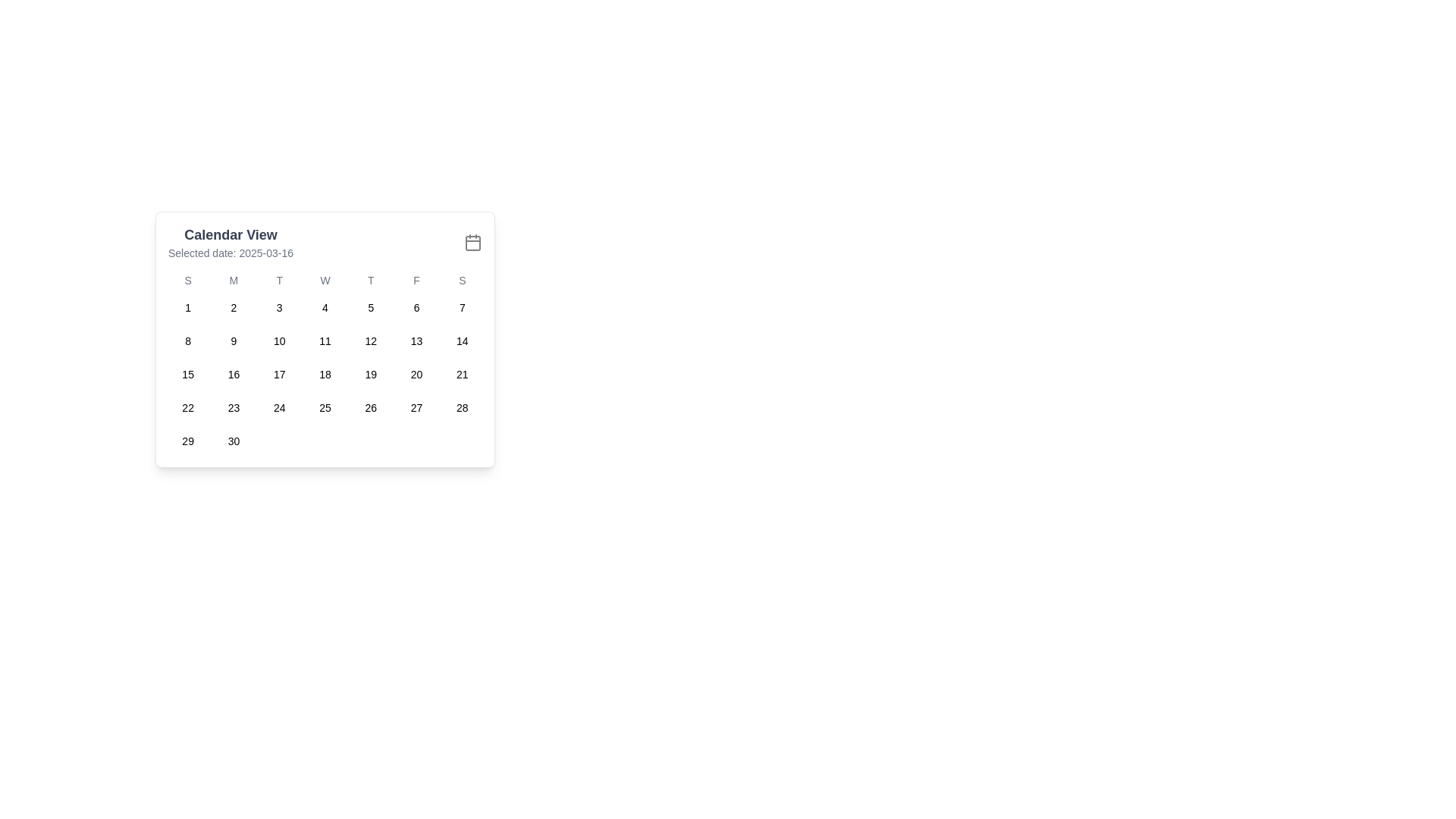 This screenshot has height=819, width=1456. What do you see at coordinates (324, 406) in the screenshot?
I see `the calendar cell displaying the number '25'` at bounding box center [324, 406].